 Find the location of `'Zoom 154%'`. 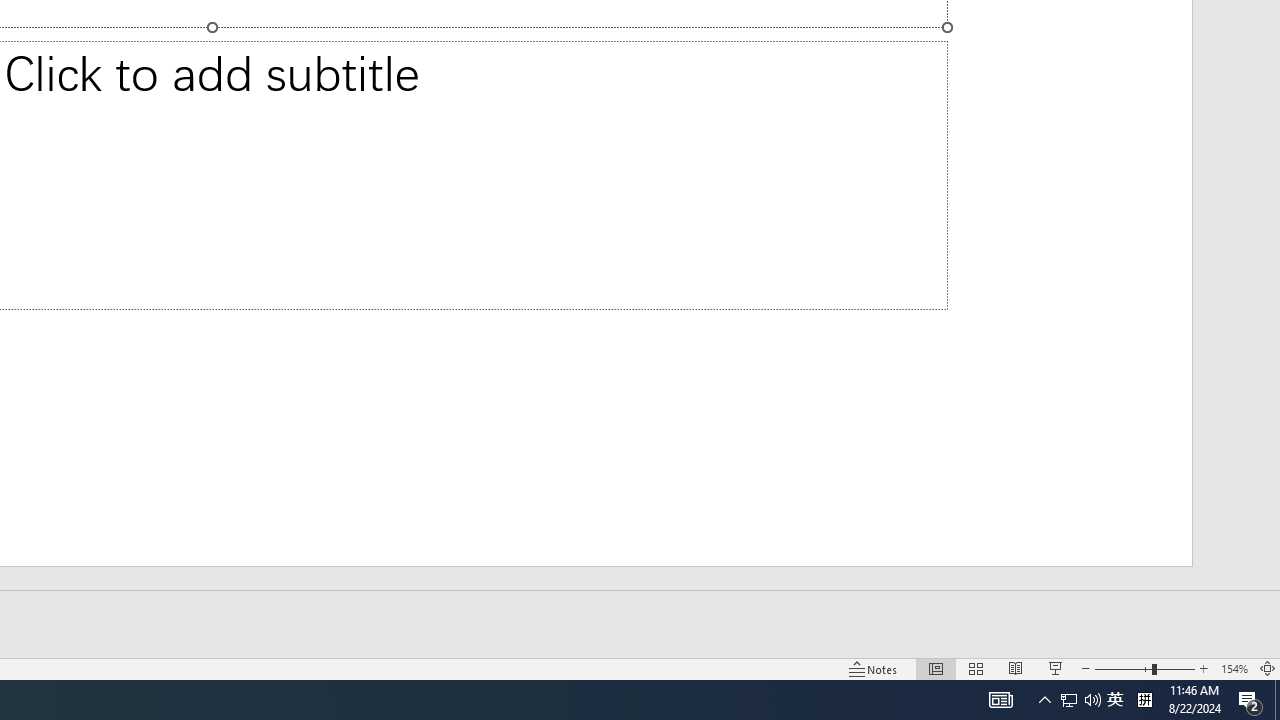

'Zoom 154%' is located at coordinates (1233, 669).